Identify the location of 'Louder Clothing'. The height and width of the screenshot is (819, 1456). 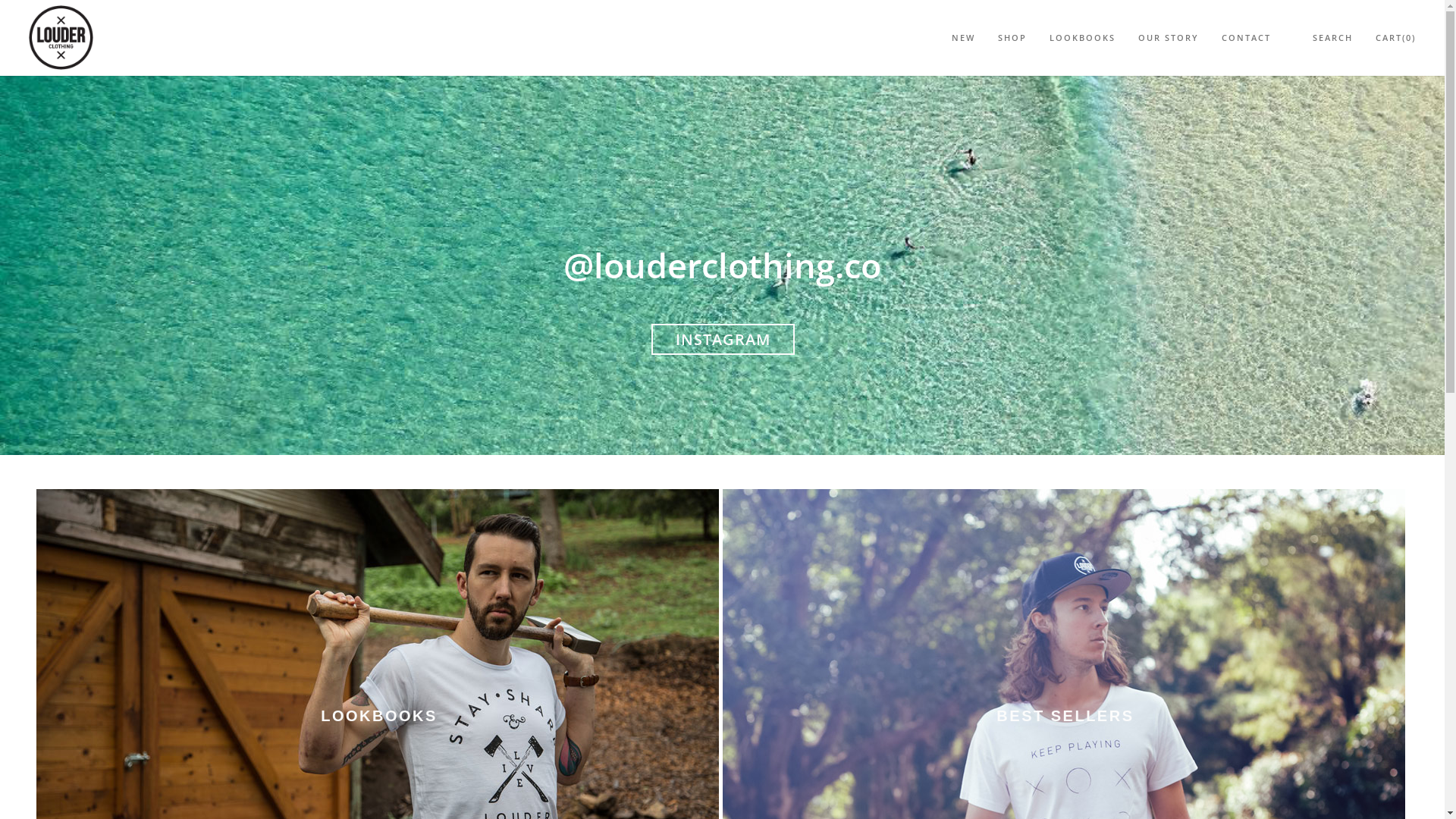
(61, 34).